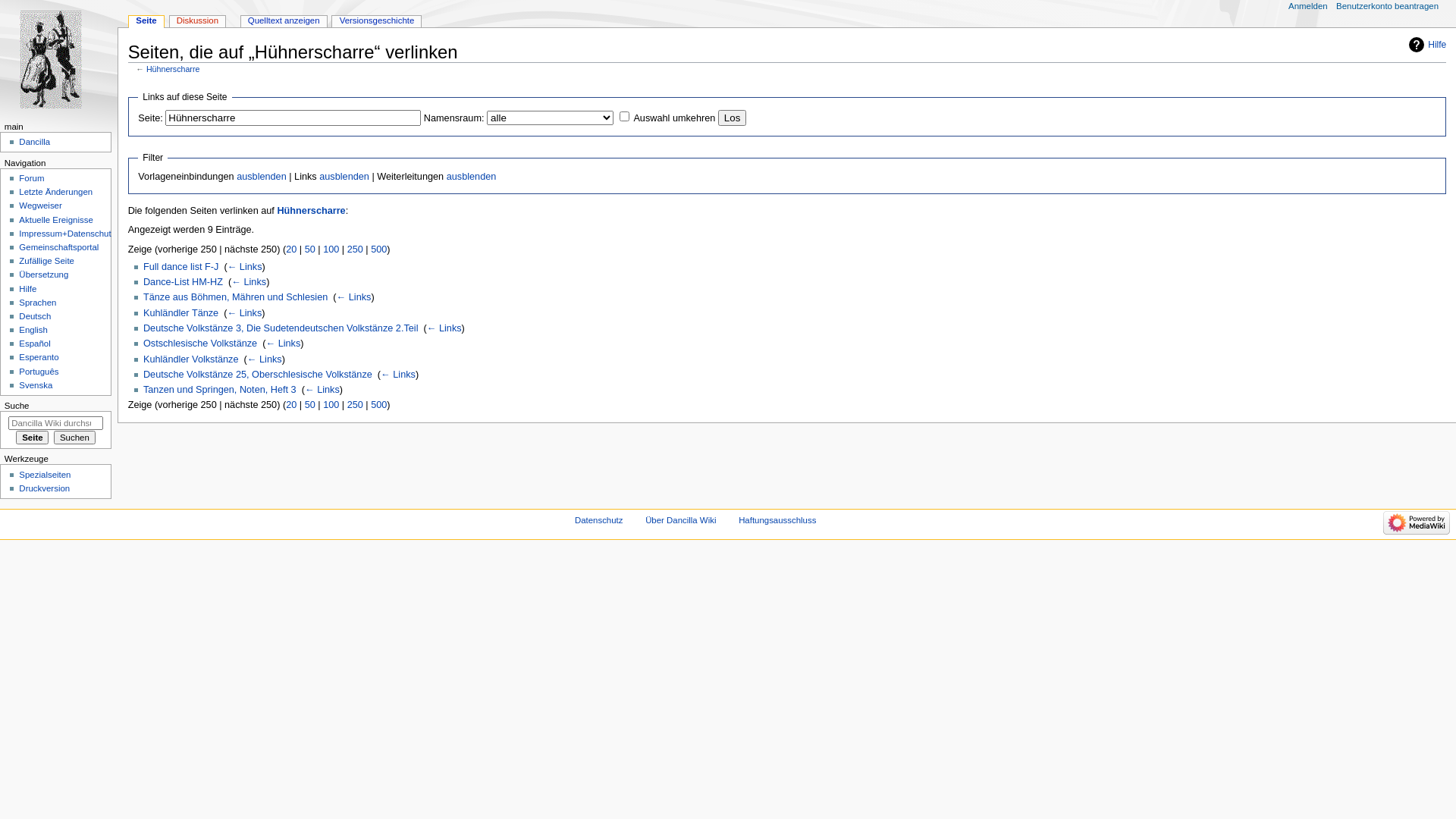  I want to click on 'Quelltext anzeigen', so click(284, 21).